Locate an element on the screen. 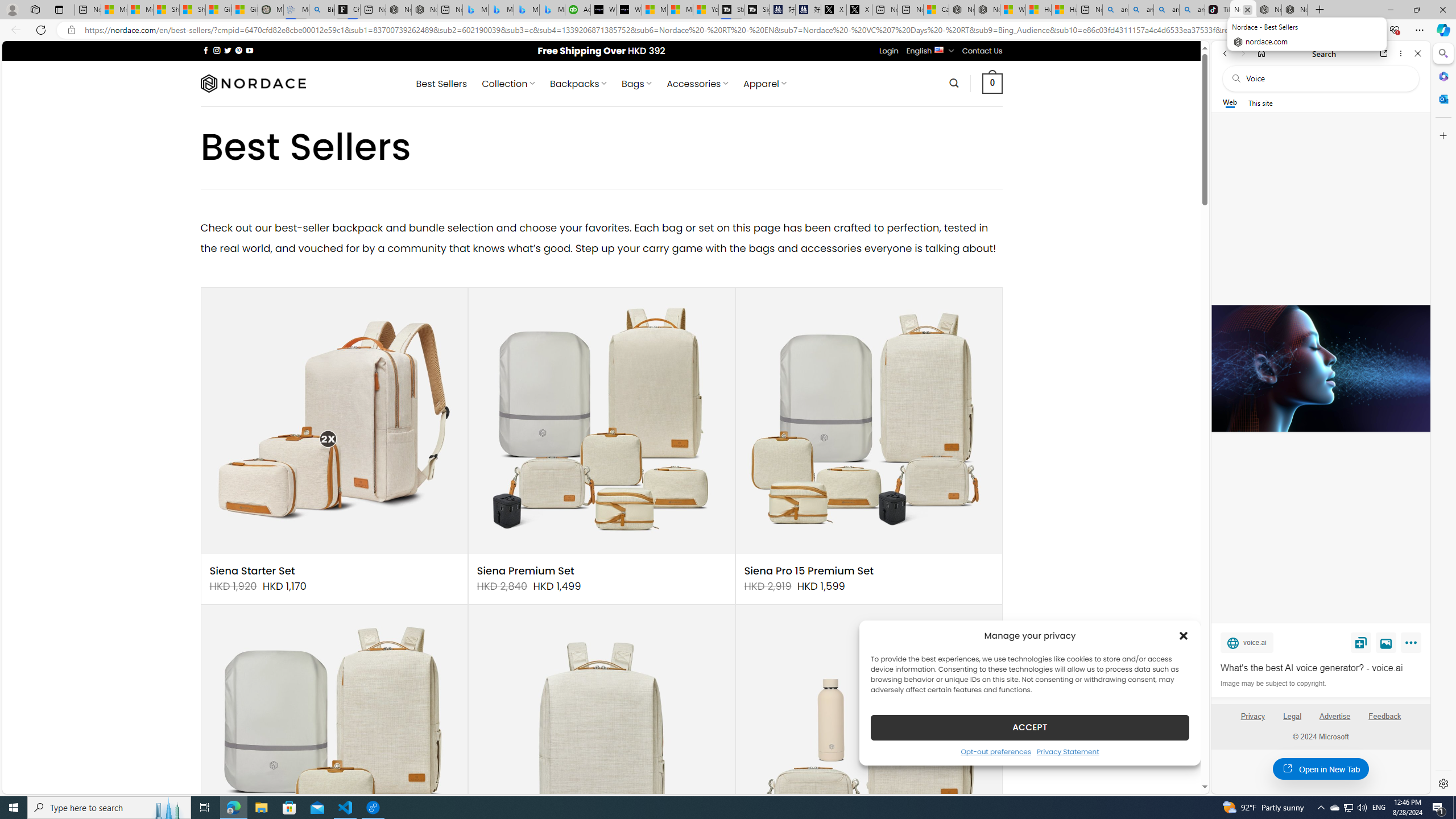  'Side bar' is located at coordinates (1443, 418).